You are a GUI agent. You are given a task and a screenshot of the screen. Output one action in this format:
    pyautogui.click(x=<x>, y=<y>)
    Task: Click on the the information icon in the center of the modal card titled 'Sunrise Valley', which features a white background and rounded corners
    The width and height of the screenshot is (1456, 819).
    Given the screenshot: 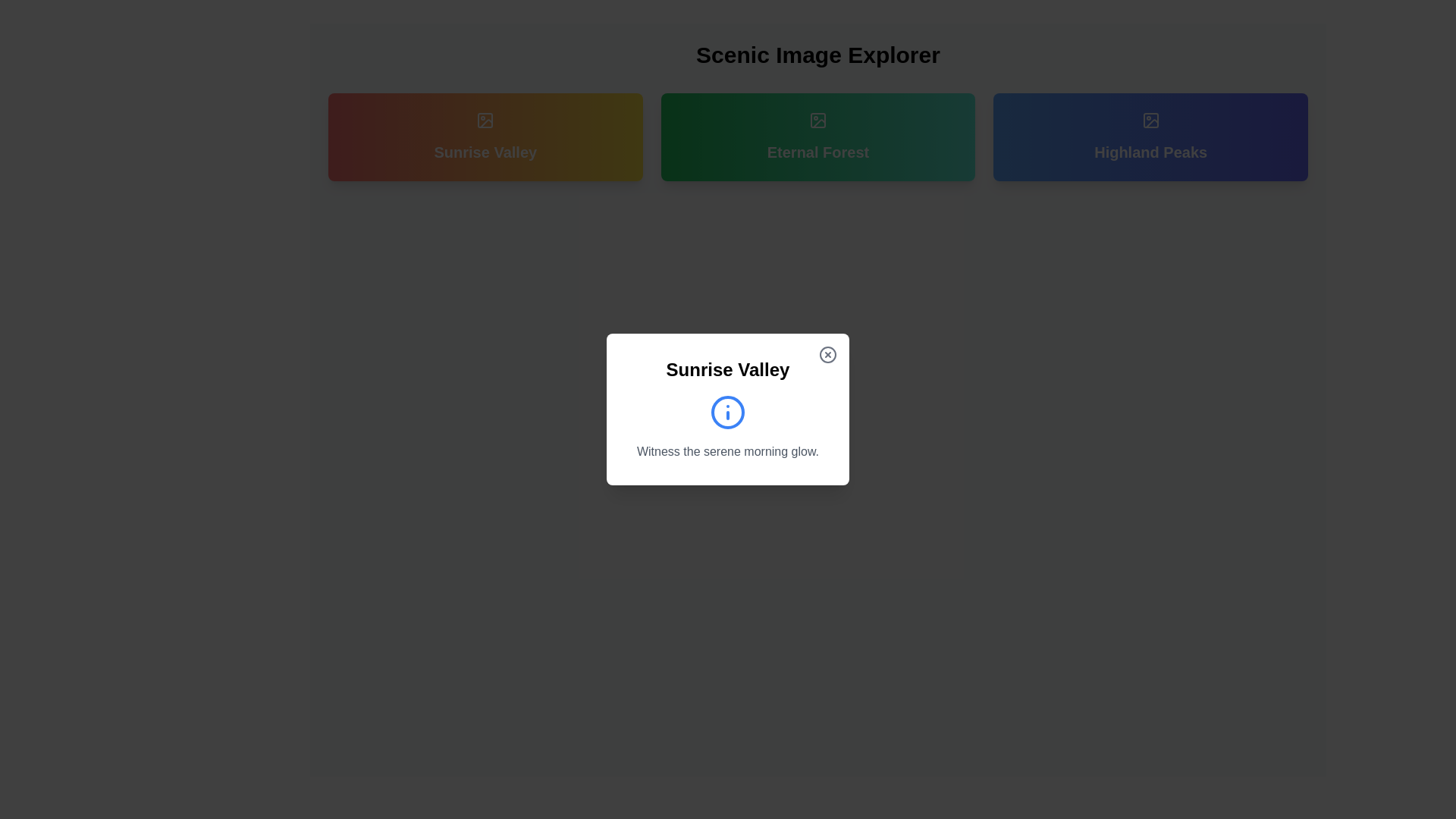 What is the action you would take?
    pyautogui.click(x=728, y=409)
    